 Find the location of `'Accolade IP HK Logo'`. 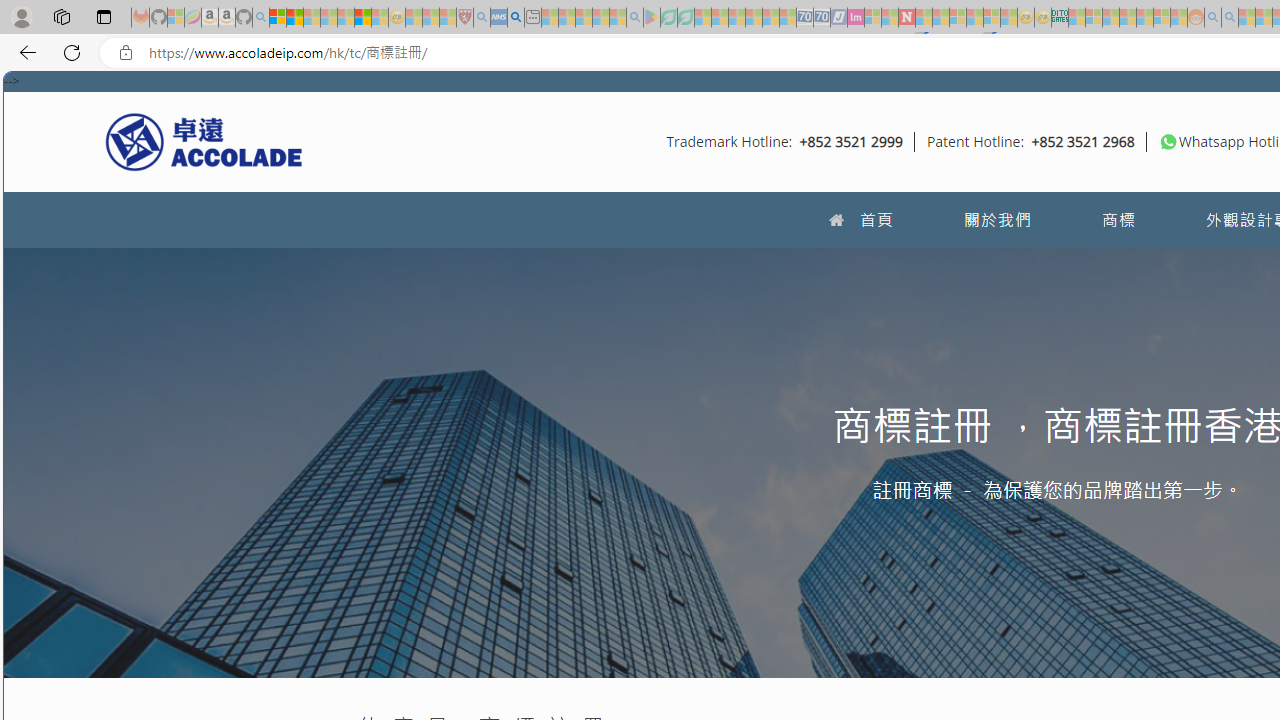

'Accolade IP HK Logo' is located at coordinates (204, 140).